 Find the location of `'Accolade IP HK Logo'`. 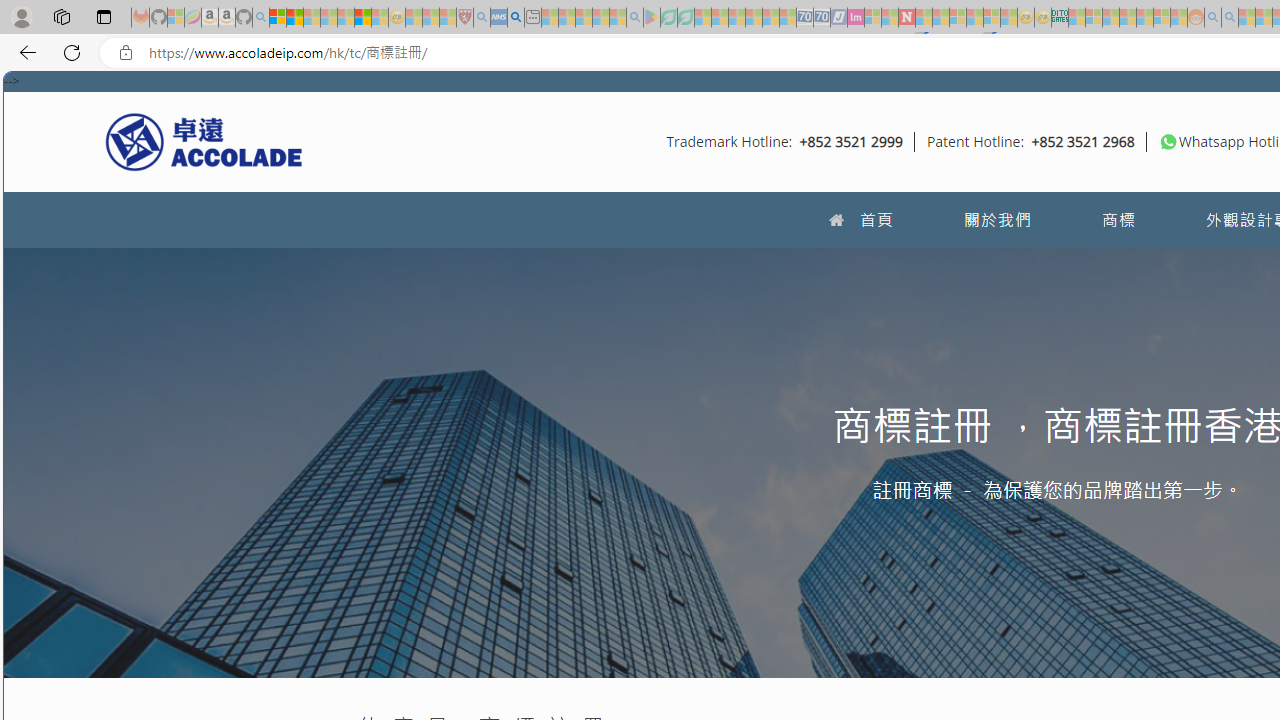

'Accolade IP HK Logo' is located at coordinates (204, 140).